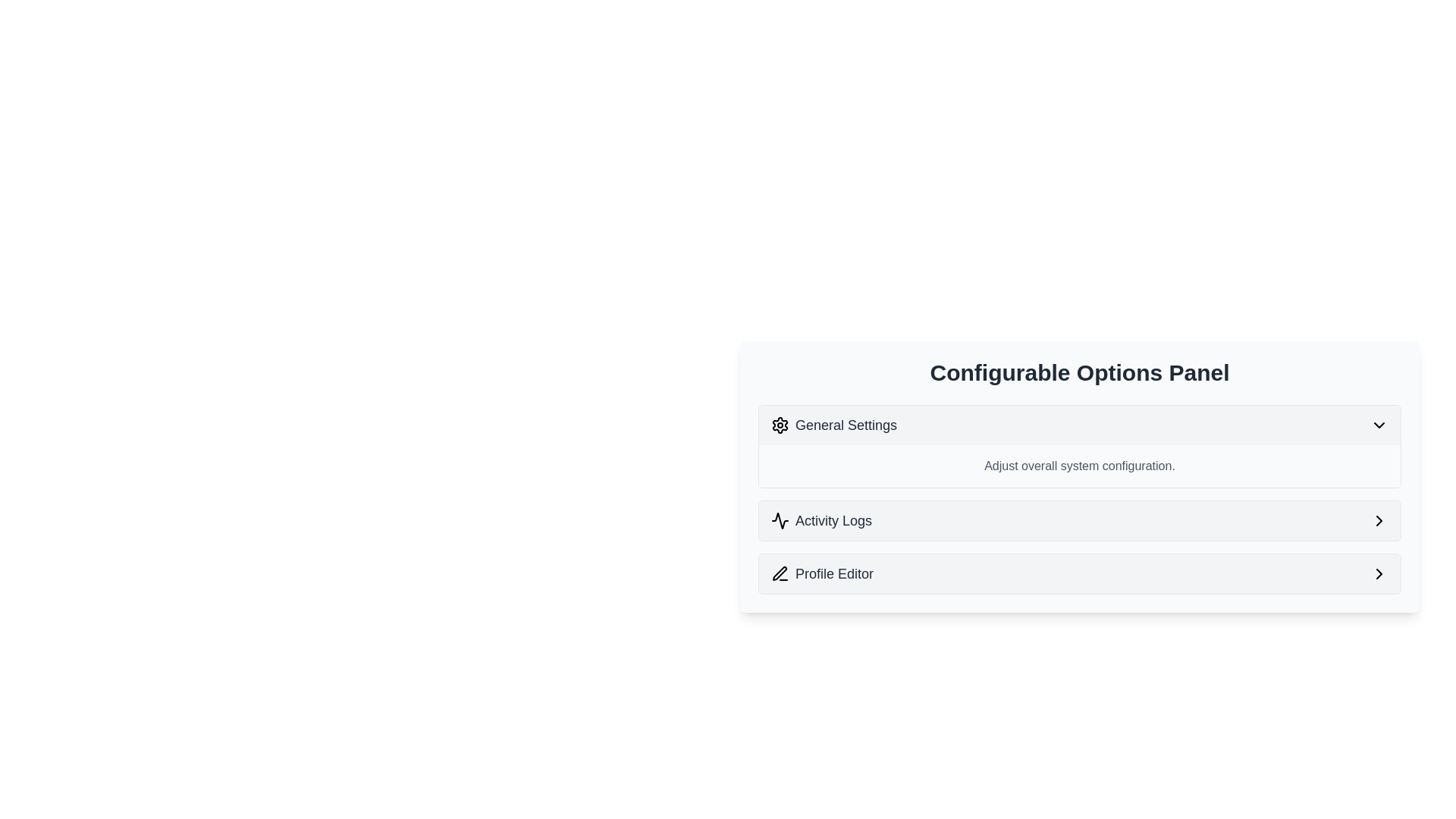 The height and width of the screenshot is (819, 1456). What do you see at coordinates (821, 573) in the screenshot?
I see `the Text label with an associated icon that serves as a navigational button for accessing the Profile Editor section of the application` at bounding box center [821, 573].